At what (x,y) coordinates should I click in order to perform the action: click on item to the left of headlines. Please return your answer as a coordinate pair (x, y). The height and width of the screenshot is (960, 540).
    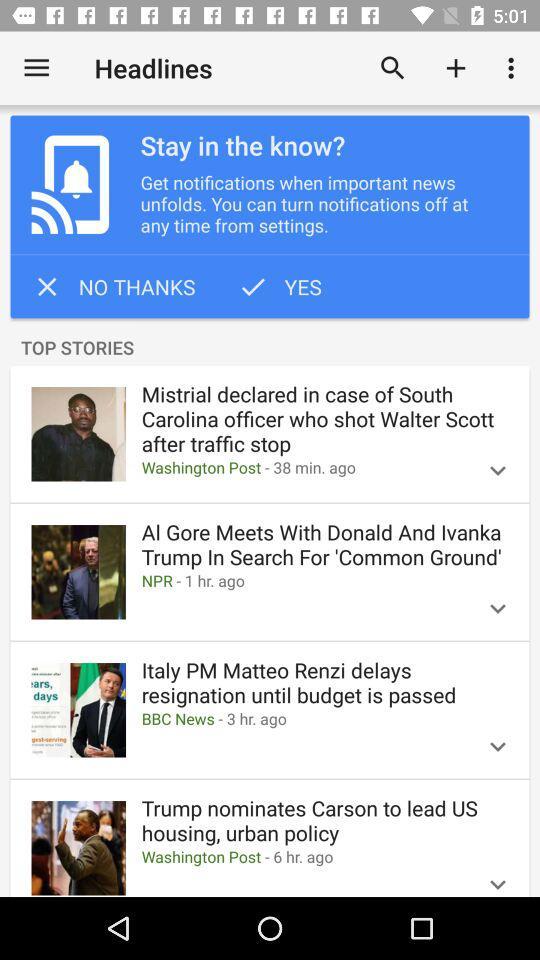
    Looking at the image, I should click on (36, 68).